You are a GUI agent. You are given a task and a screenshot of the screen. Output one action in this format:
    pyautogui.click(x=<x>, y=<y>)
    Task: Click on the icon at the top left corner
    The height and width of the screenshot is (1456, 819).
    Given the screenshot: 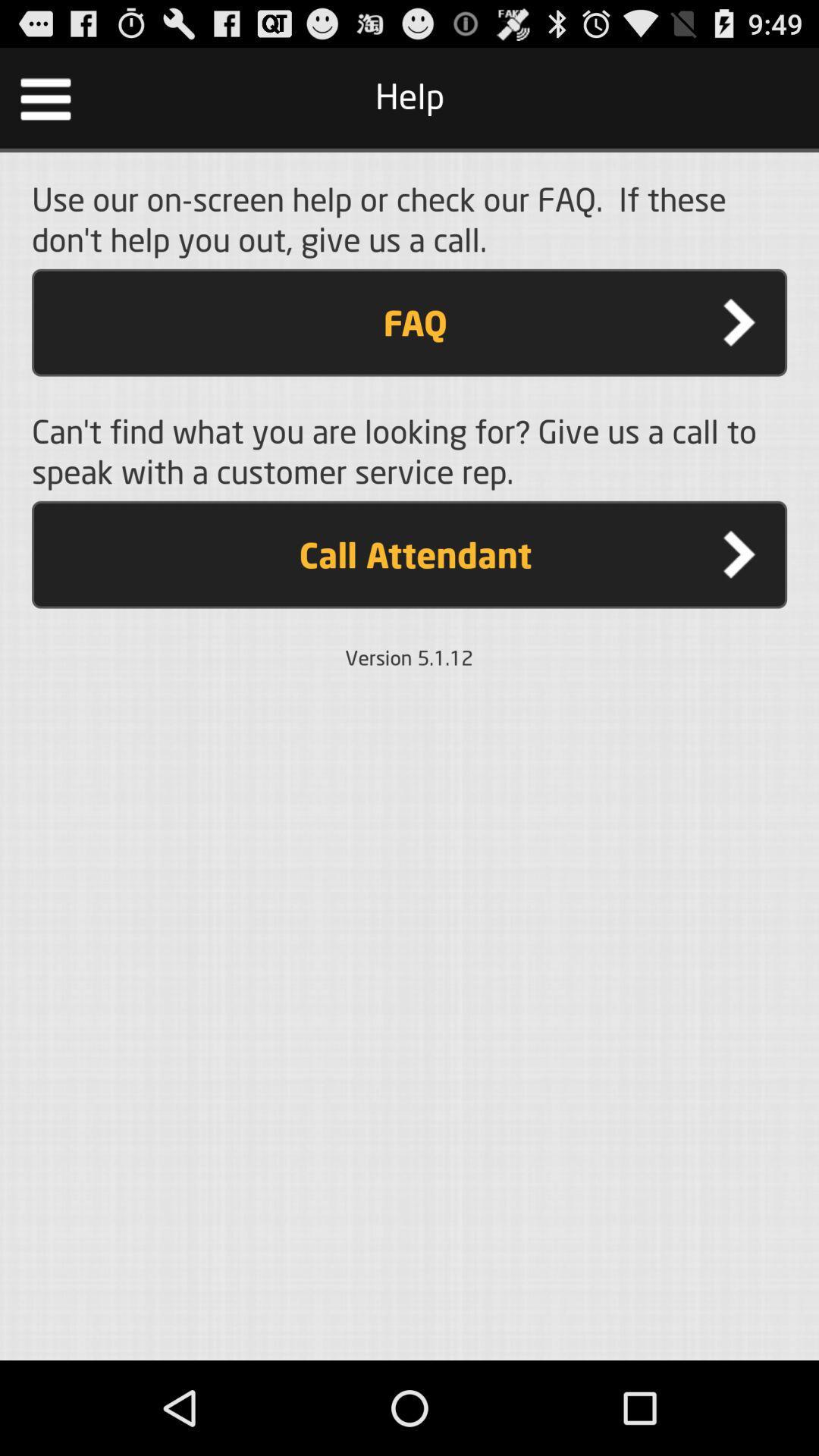 What is the action you would take?
    pyautogui.click(x=45, y=97)
    